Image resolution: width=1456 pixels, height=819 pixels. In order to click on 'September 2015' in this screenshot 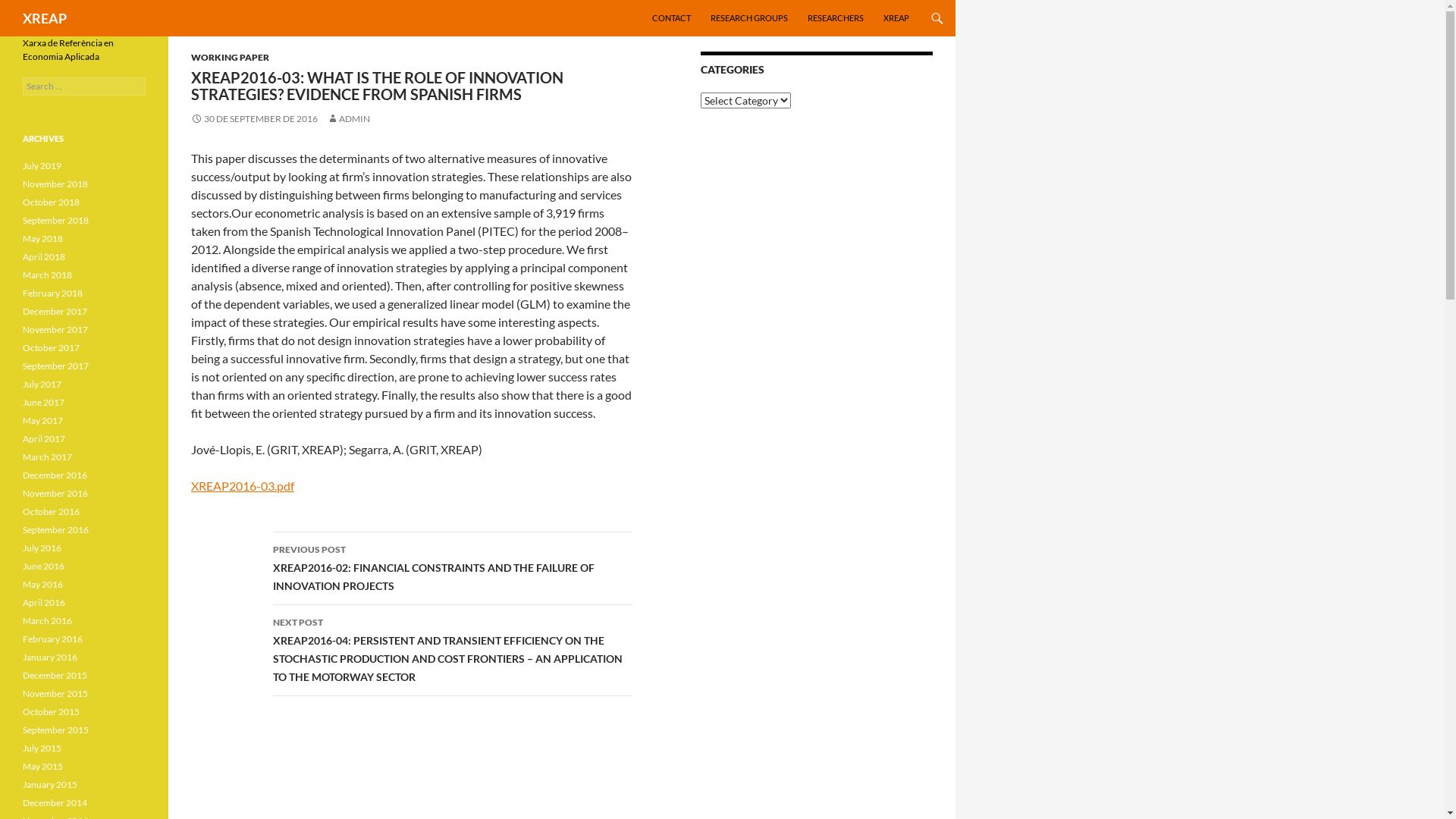, I will do `click(55, 729)`.